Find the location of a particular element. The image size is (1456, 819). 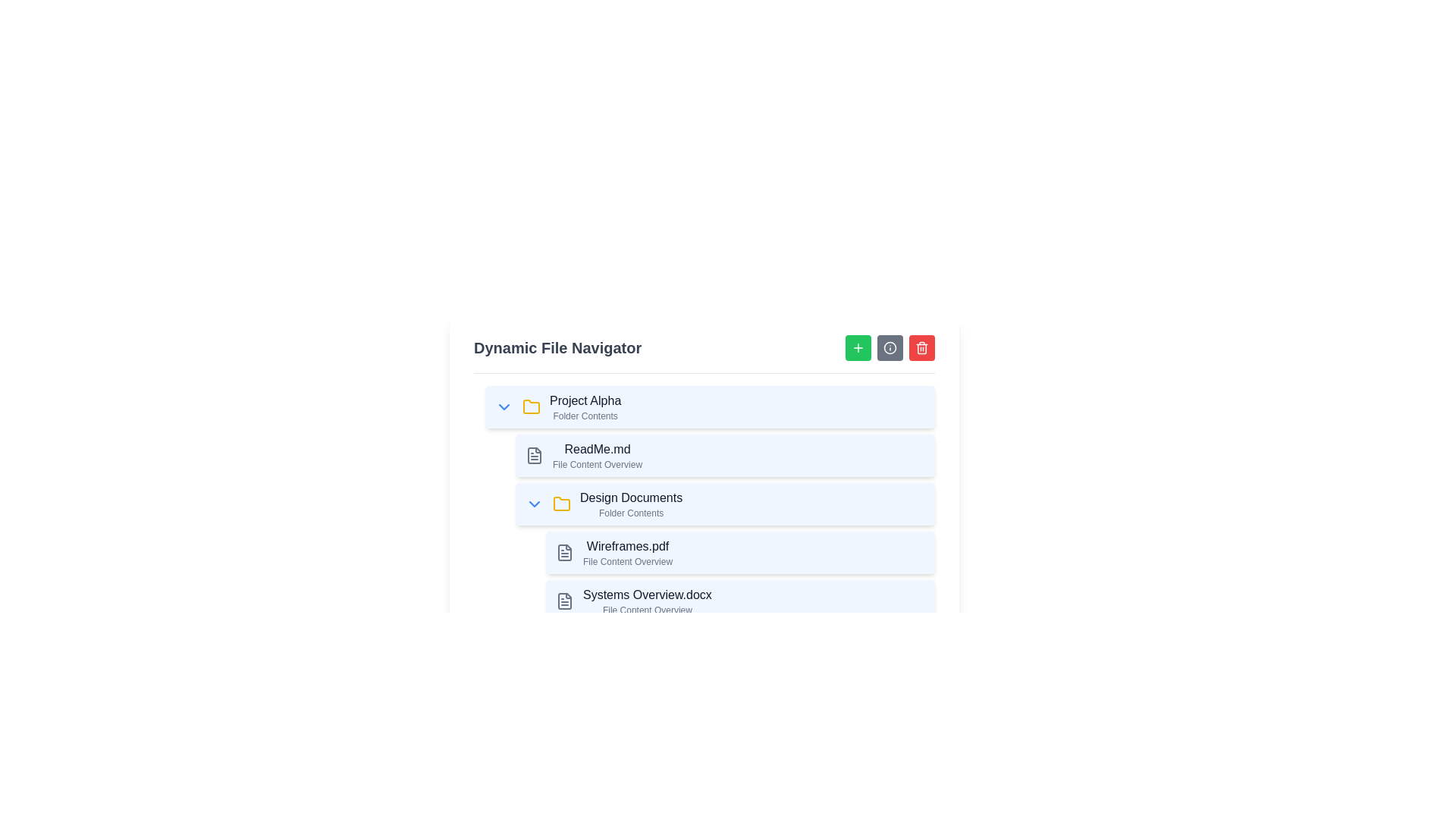

the 'Design Documents' and 'Folder Contents' text labels in the third interactive file row of the 'Dynamic File Navigator' interface is located at coordinates (631, 504).